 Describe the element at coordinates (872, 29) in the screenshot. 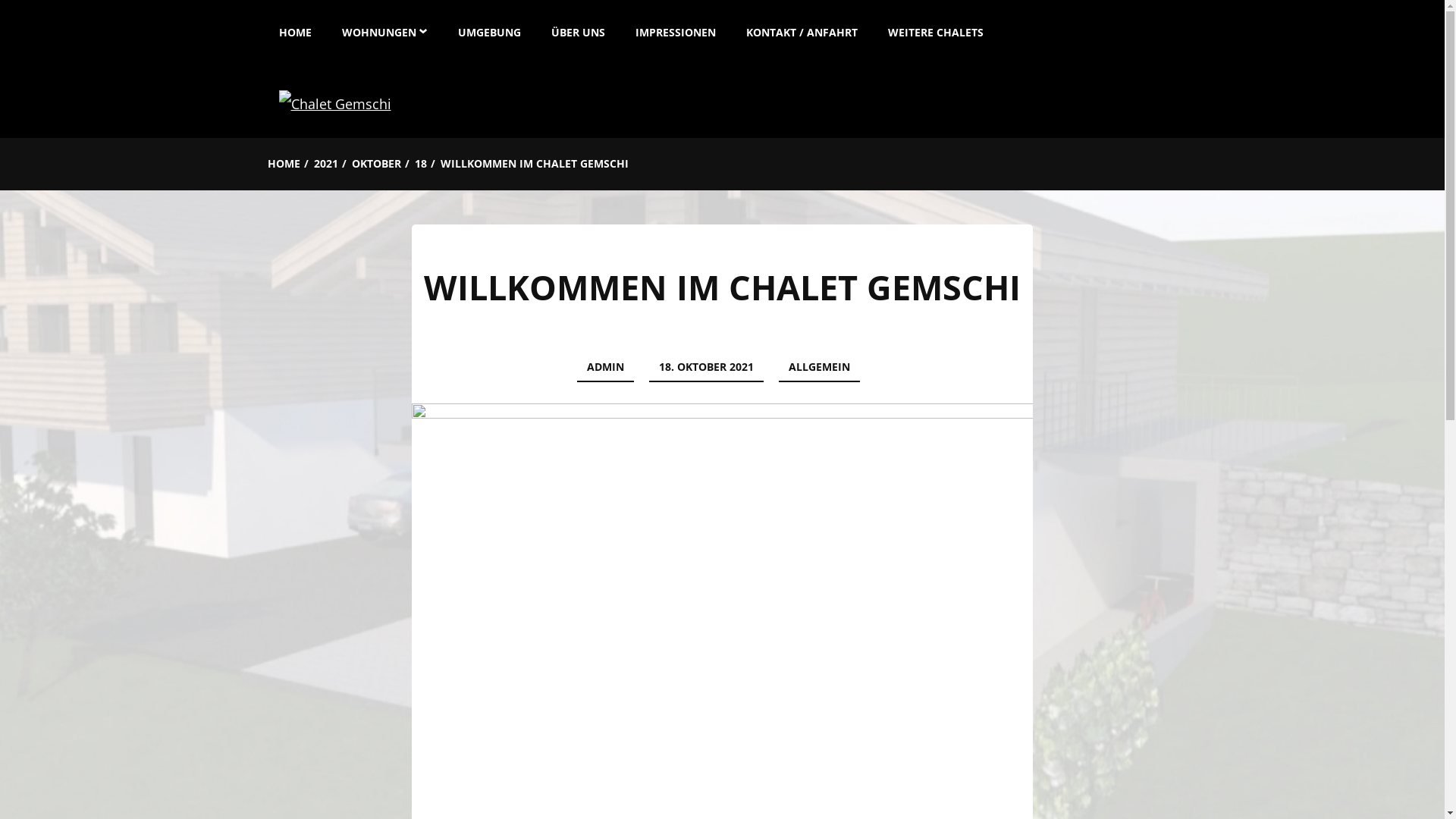

I see `'WEITERE CHALETS'` at that location.